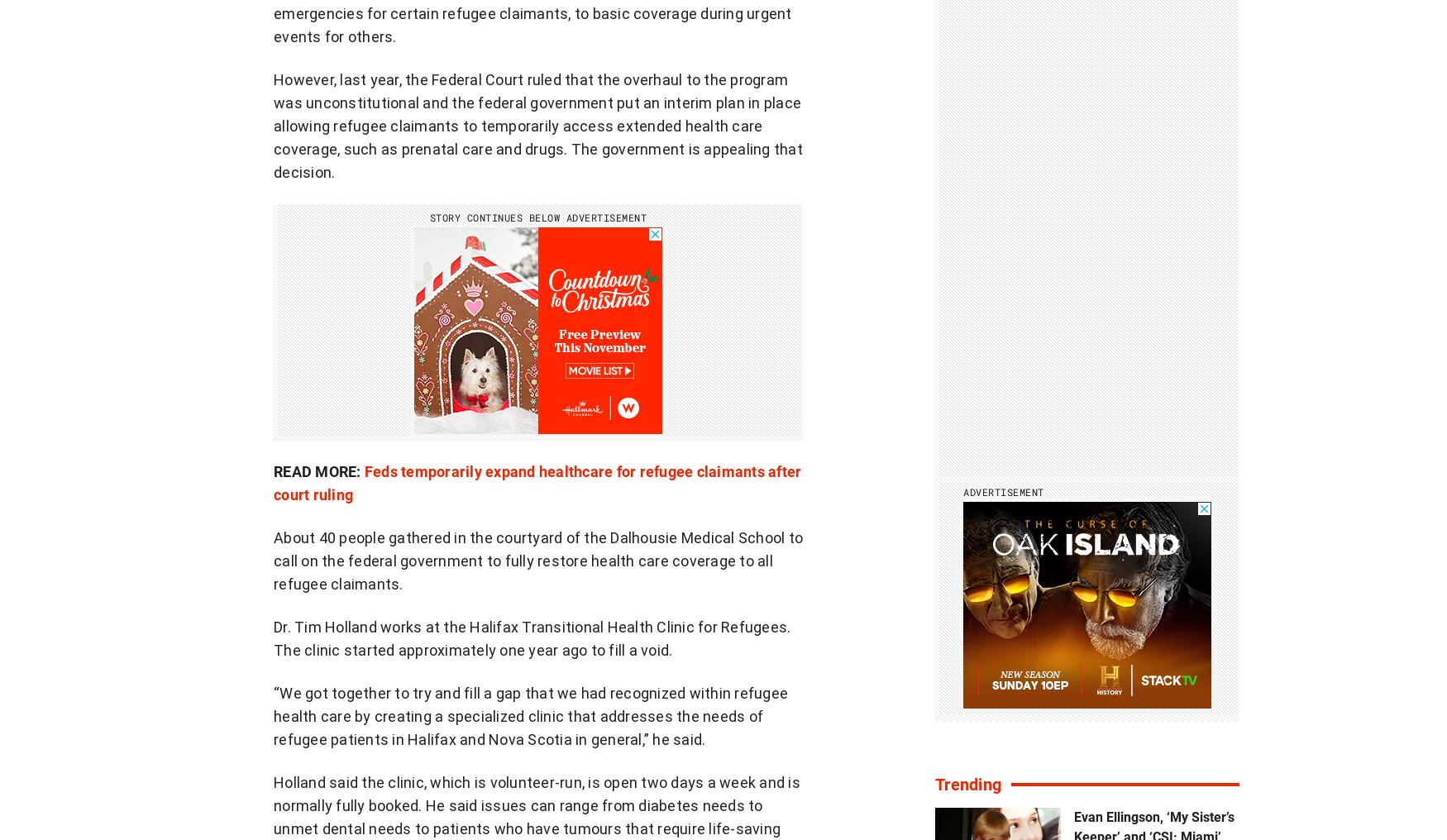  Describe the element at coordinates (770, 689) in the screenshot. I see `'Notifications'` at that location.